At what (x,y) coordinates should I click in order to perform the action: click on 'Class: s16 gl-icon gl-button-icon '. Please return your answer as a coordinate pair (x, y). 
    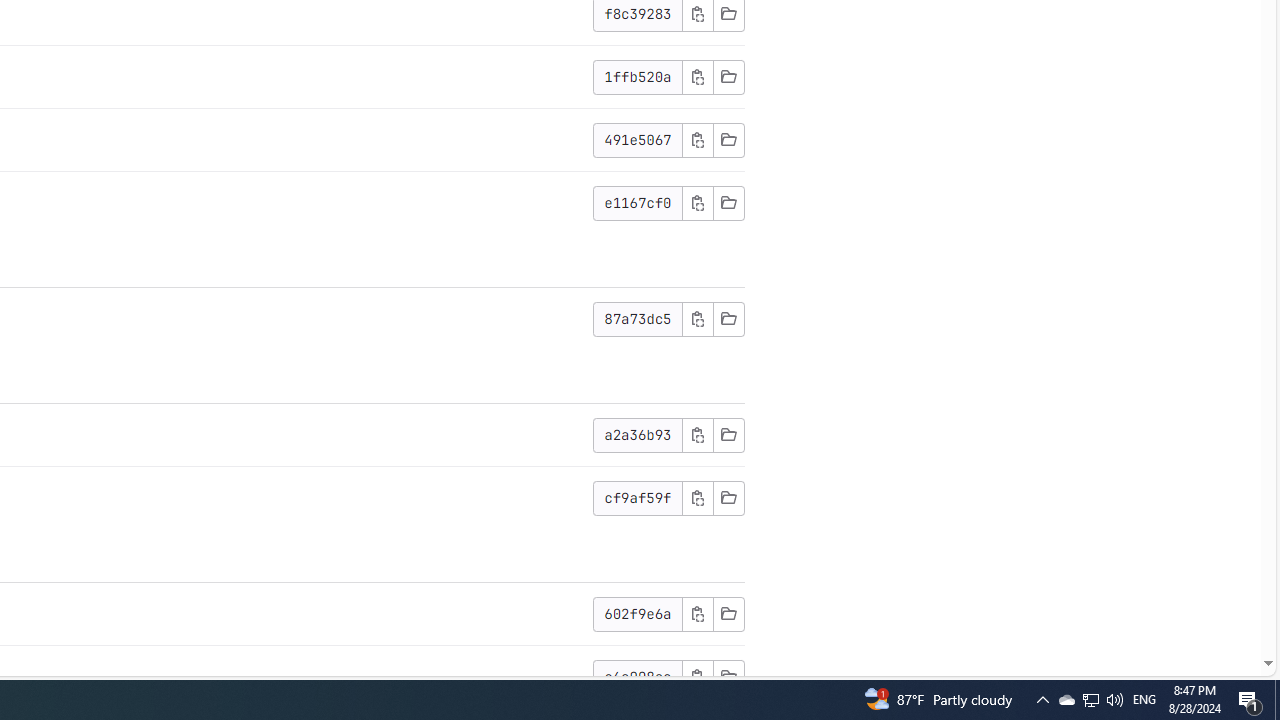
    Looking at the image, I should click on (697, 675).